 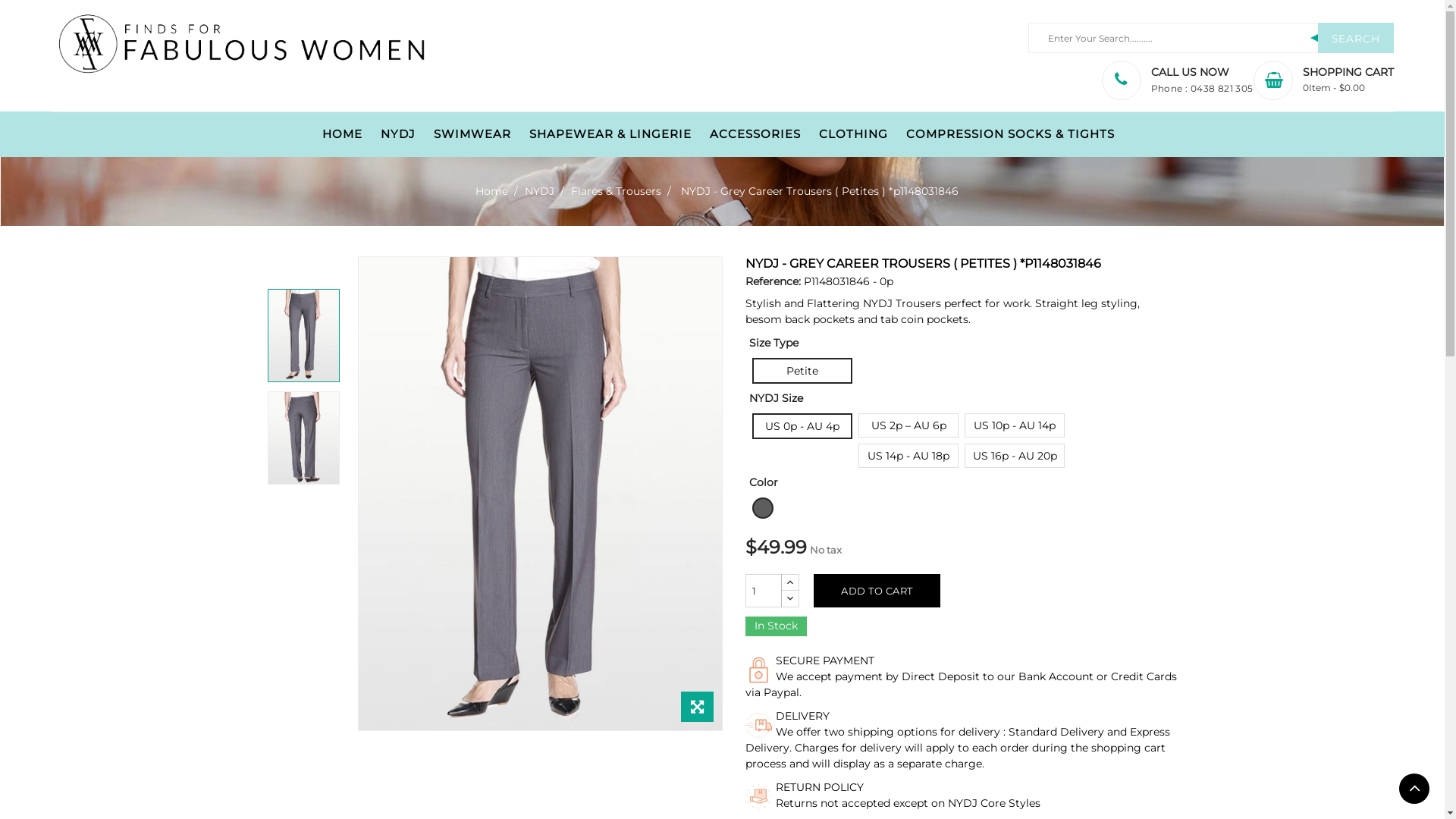 I want to click on 'Home', so click(x=475, y=190).